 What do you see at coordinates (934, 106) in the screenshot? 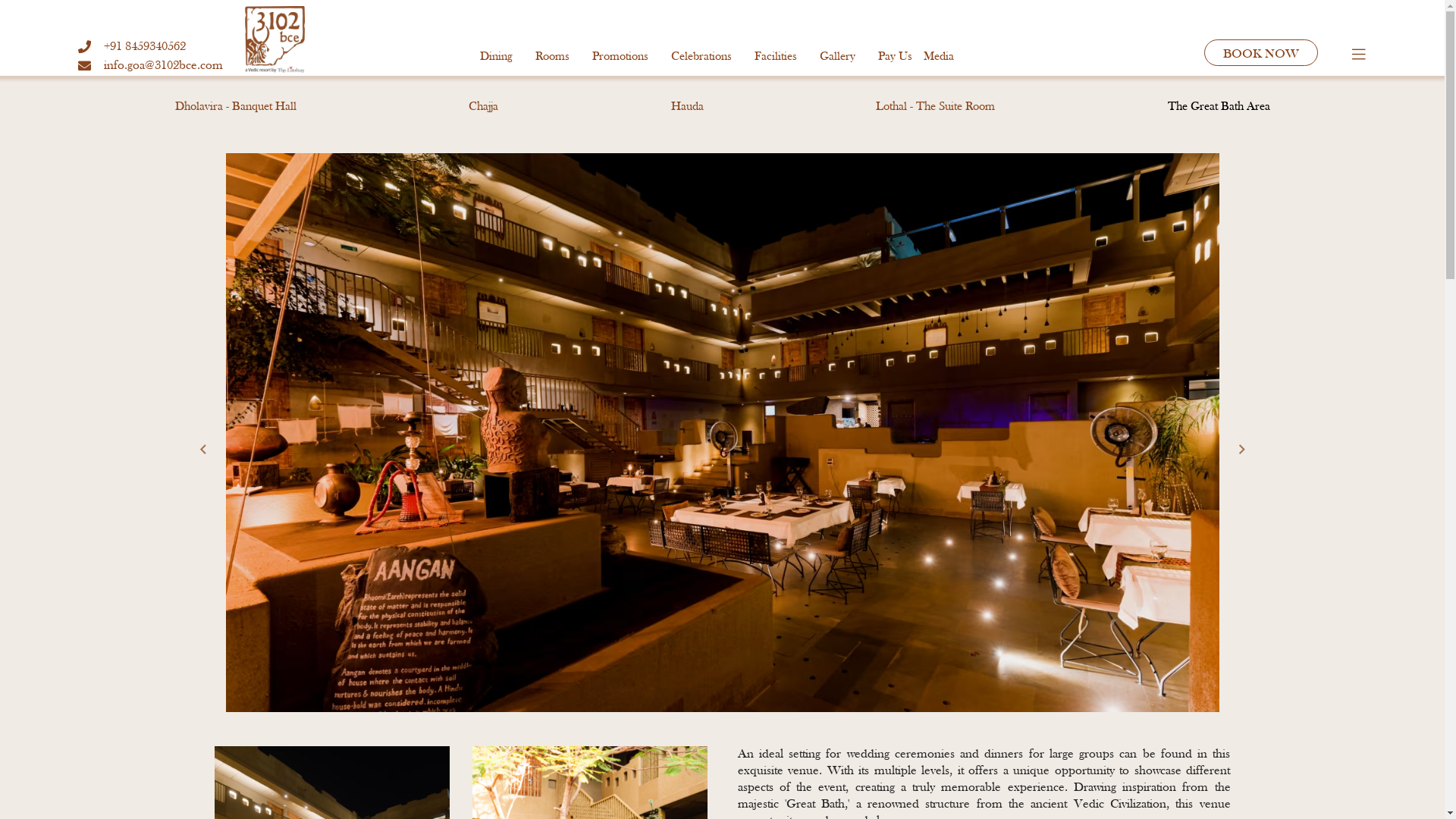
I see `'Lothal - The Suite Room'` at bounding box center [934, 106].